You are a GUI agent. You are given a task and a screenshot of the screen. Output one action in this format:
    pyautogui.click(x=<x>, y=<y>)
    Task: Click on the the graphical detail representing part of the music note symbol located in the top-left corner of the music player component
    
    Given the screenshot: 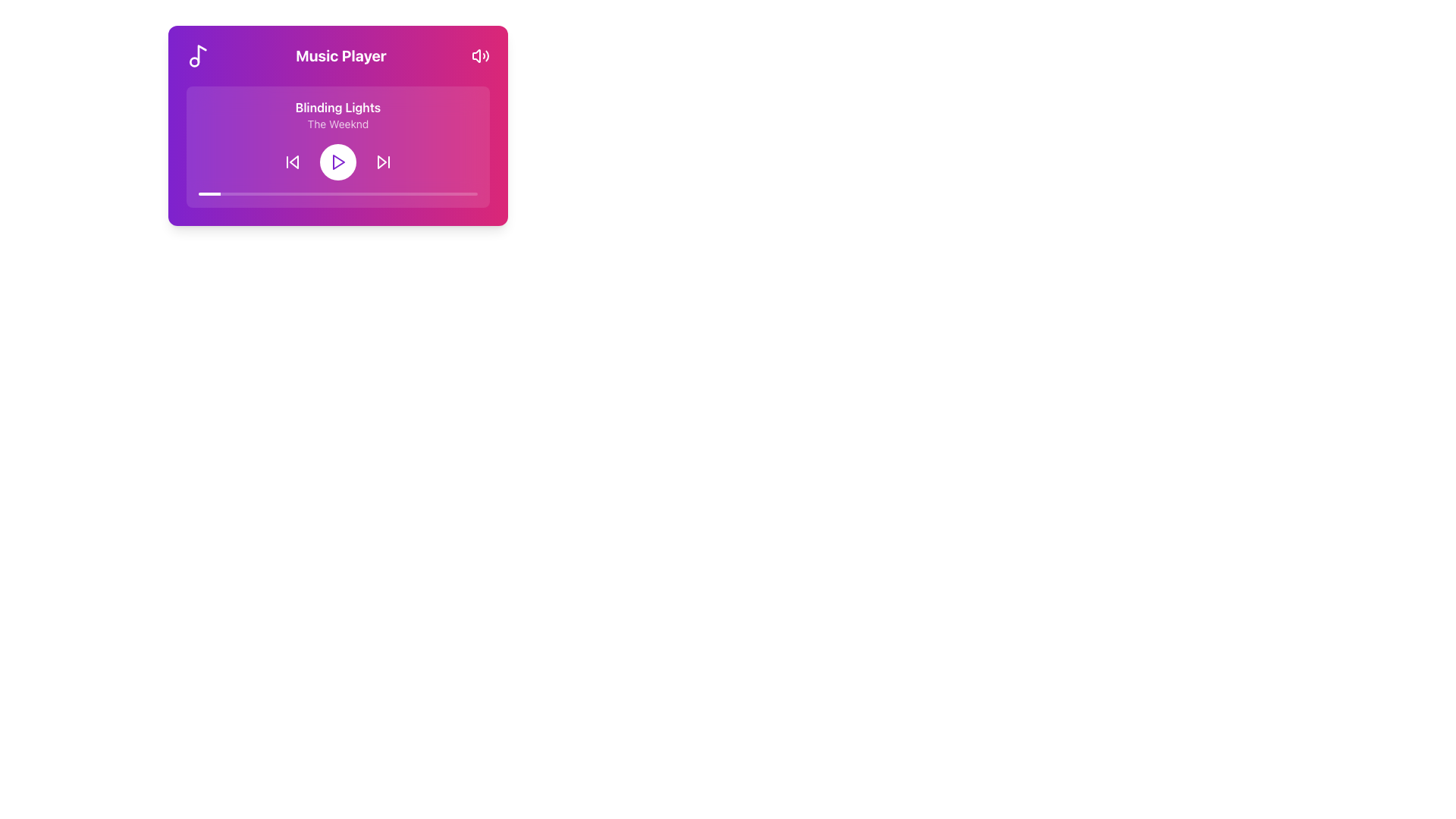 What is the action you would take?
    pyautogui.click(x=193, y=61)
    